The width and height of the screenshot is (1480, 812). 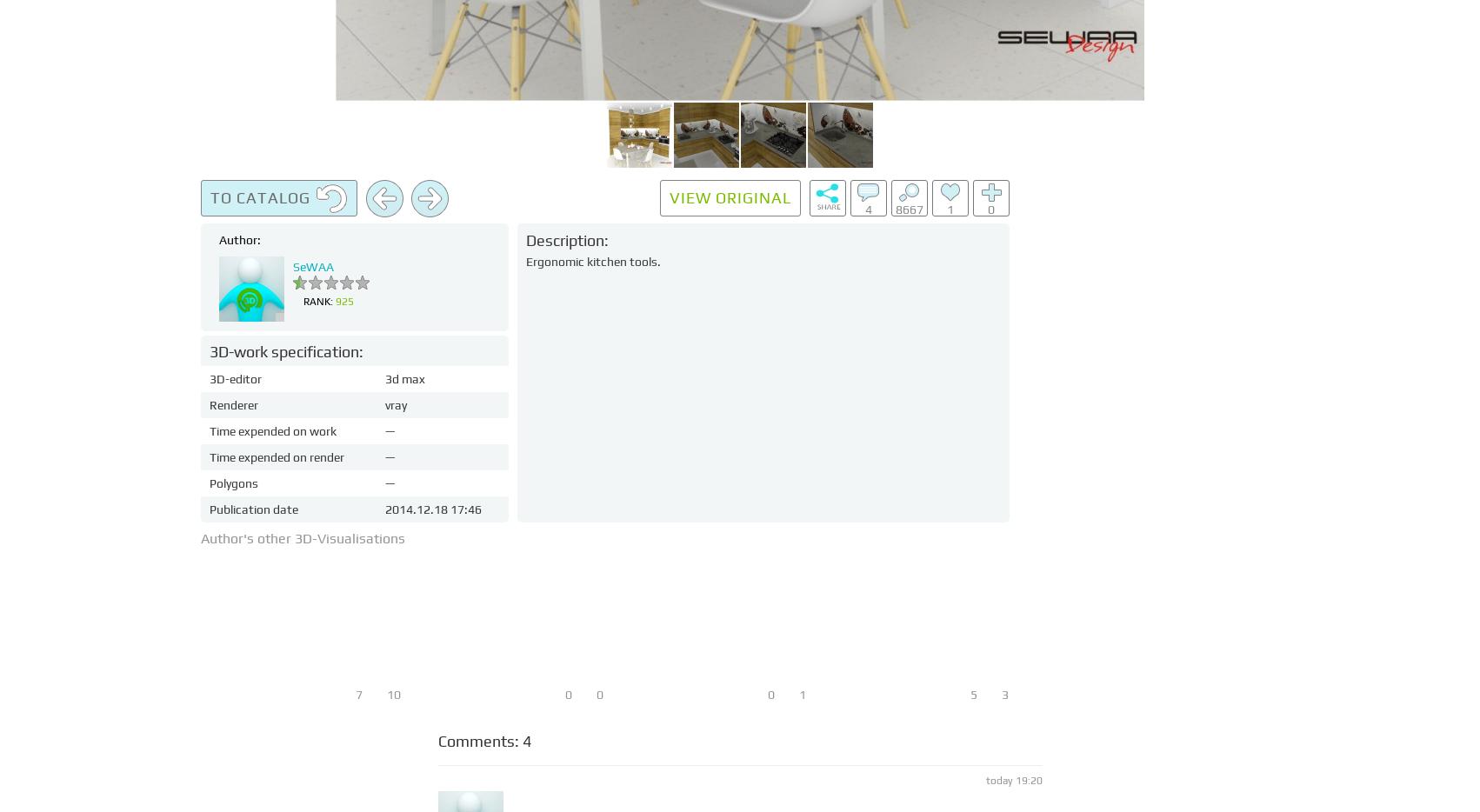 What do you see at coordinates (277, 457) in the screenshot?
I see `'Time expended on render'` at bounding box center [277, 457].